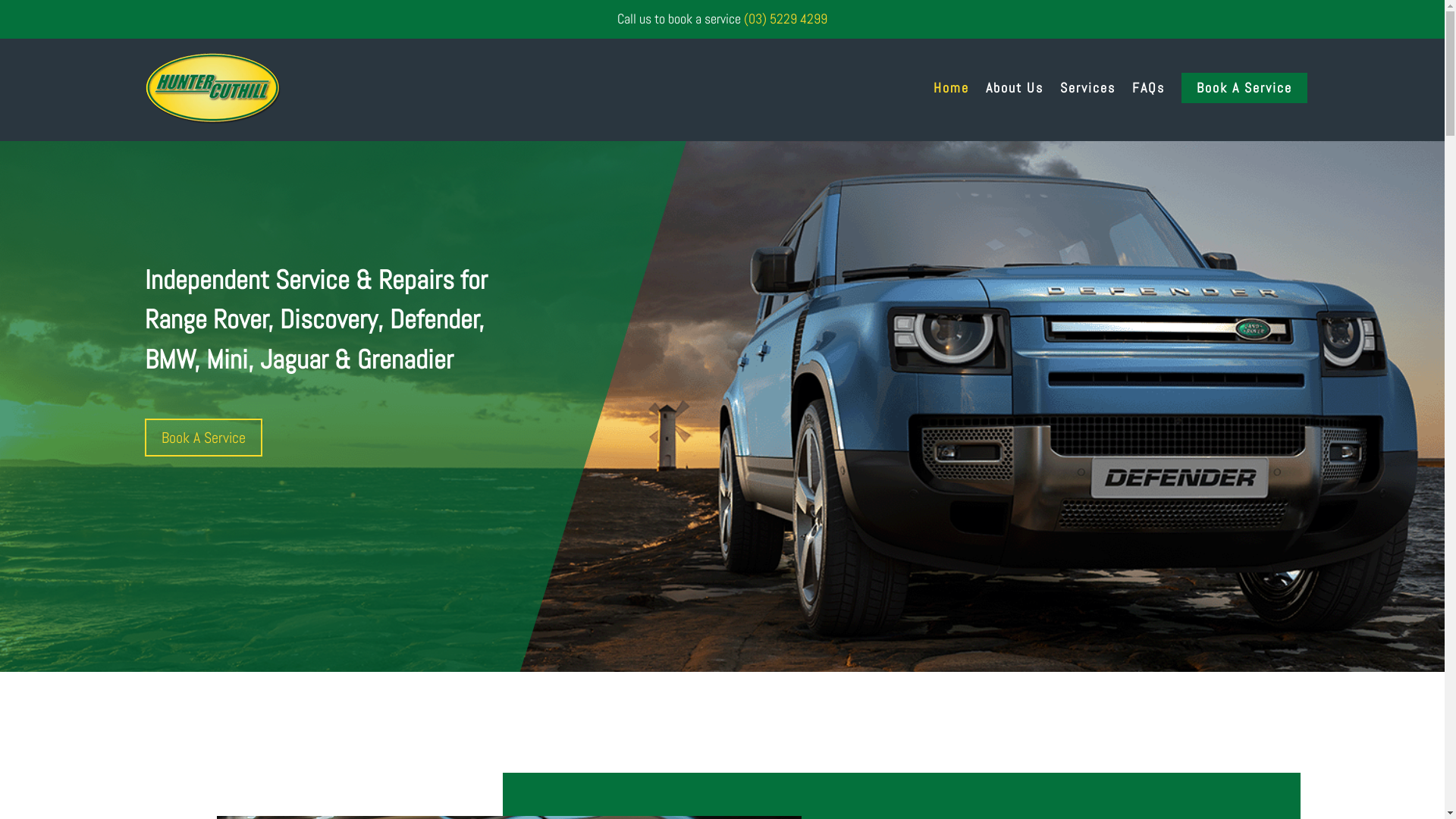 This screenshot has width=1456, height=819. Describe the element at coordinates (1148, 87) in the screenshot. I see `'FAQs'` at that location.